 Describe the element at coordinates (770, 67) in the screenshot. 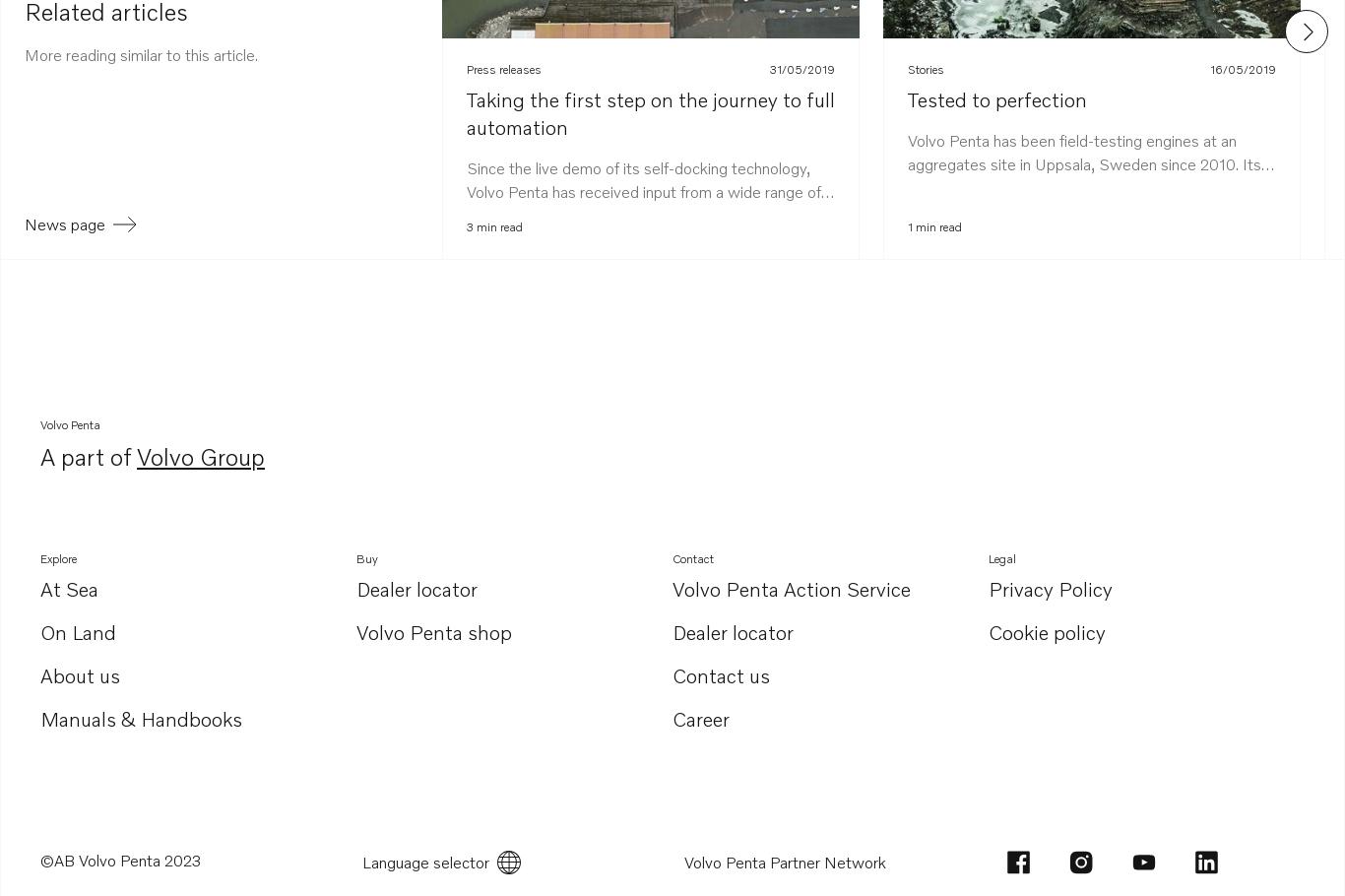

I see `'31/05/2019'` at that location.